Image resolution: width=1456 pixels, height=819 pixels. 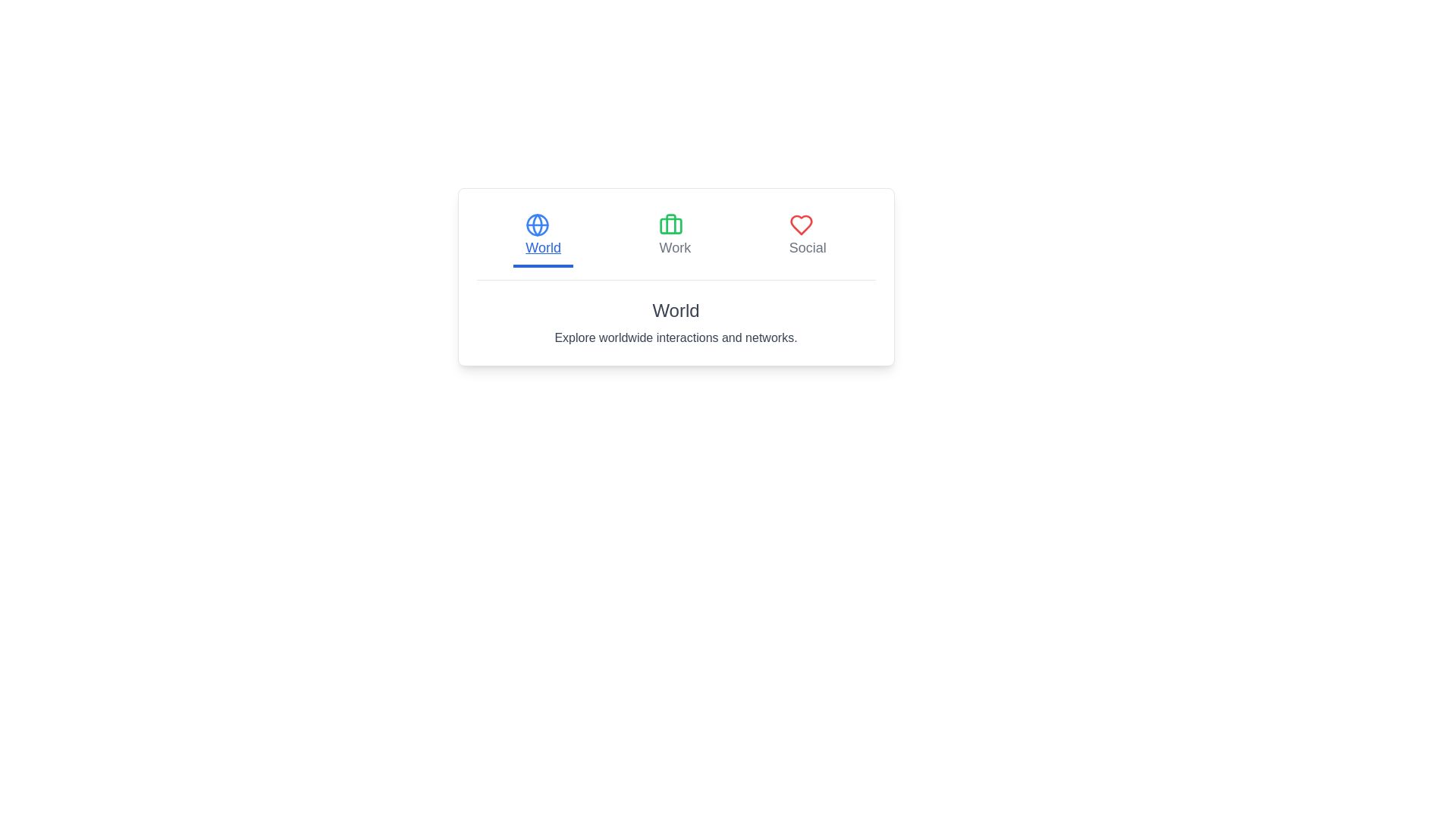 What do you see at coordinates (674, 237) in the screenshot?
I see `the tab labeled Work by clicking its corresponding button` at bounding box center [674, 237].